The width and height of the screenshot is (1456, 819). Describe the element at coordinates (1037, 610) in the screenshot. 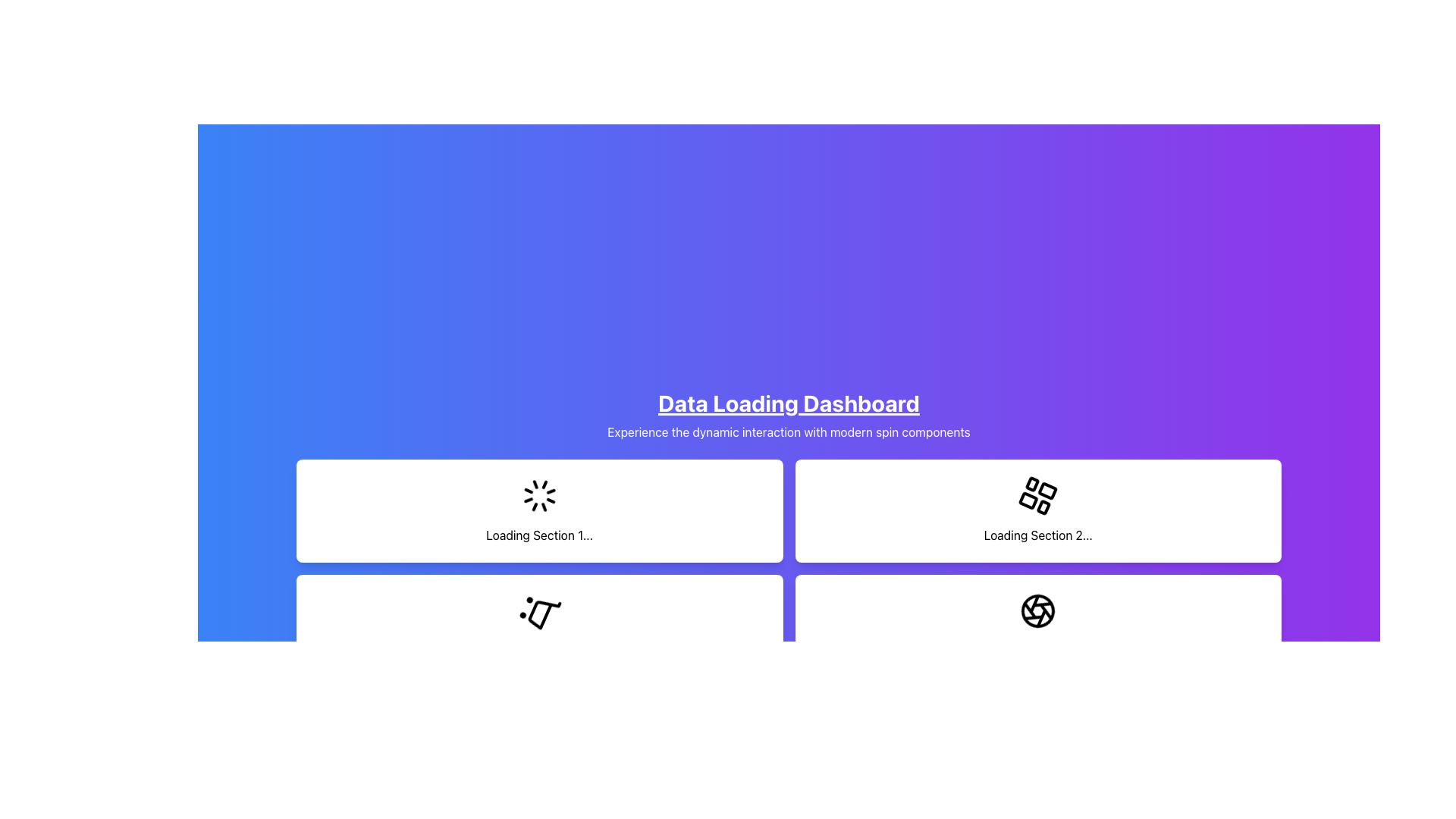

I see `the innermost SVG circle of the loading spinner animation located in the bottom-right quadrant of the interface` at that location.